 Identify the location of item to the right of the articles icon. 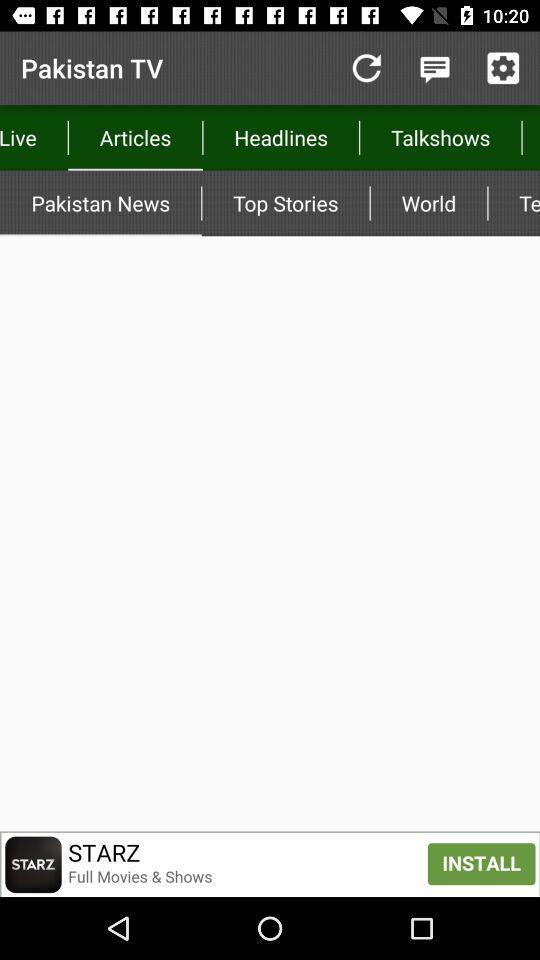
(365, 68).